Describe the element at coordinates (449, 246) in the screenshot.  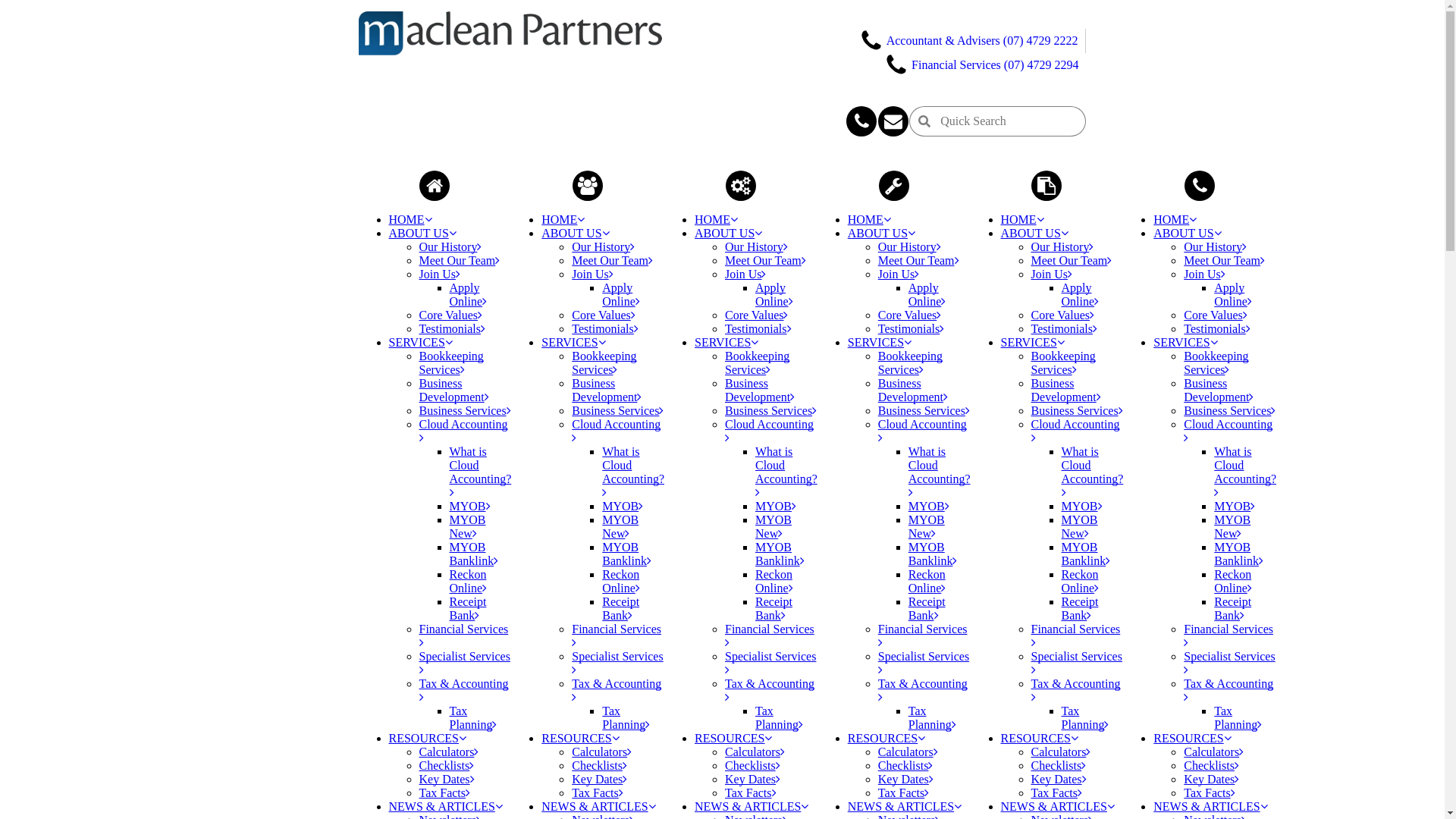
I see `'Our History'` at that location.